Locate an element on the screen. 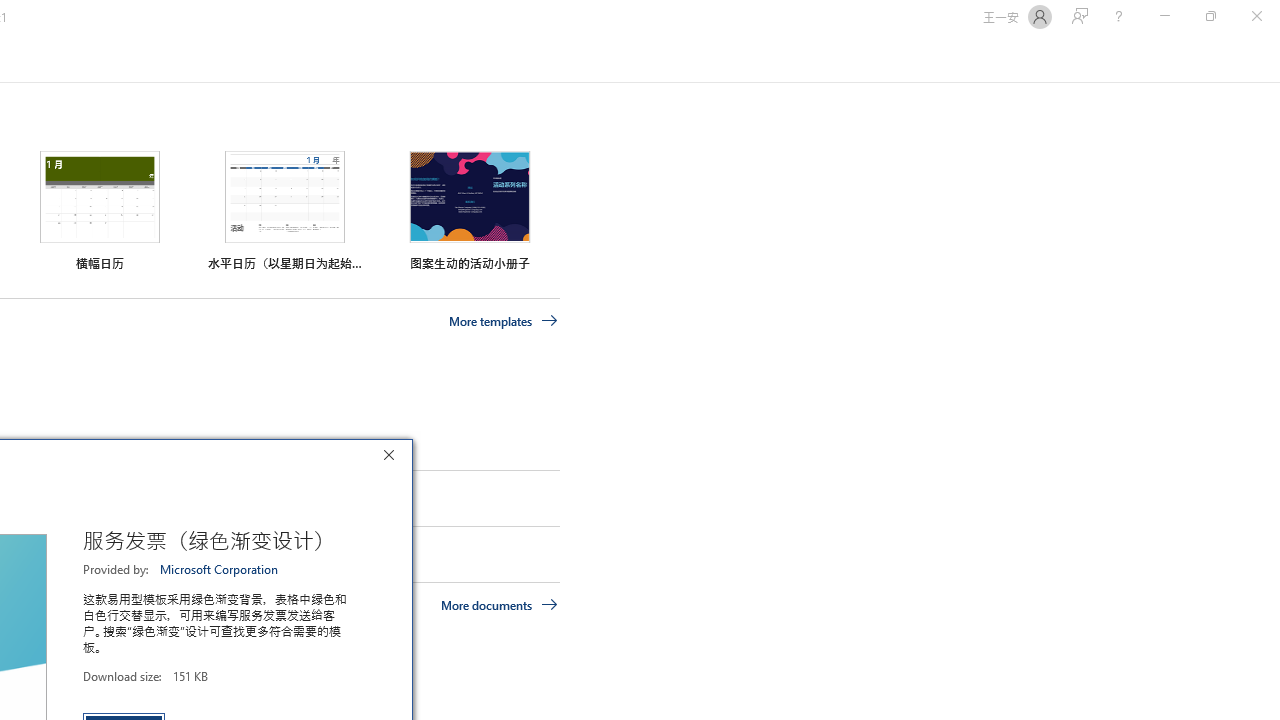  'More documents' is located at coordinates (499, 603).